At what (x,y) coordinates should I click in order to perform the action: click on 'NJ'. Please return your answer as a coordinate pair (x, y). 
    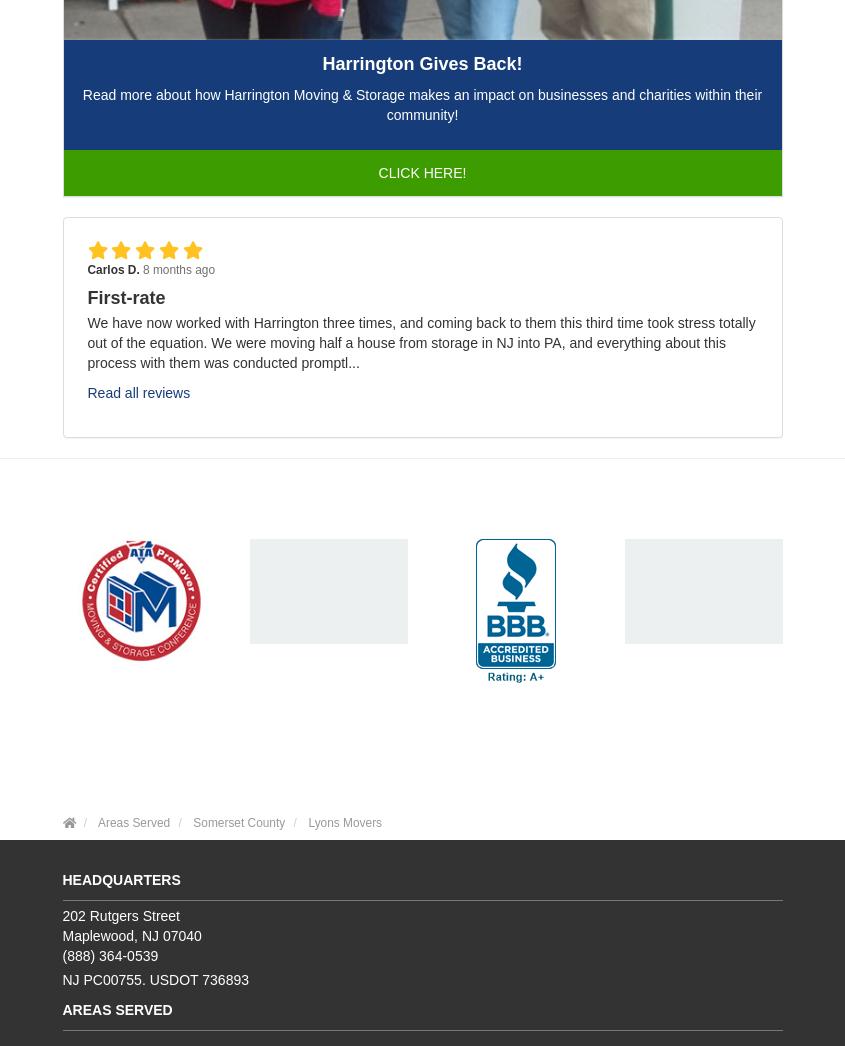
    Looking at the image, I should click on (149, 935).